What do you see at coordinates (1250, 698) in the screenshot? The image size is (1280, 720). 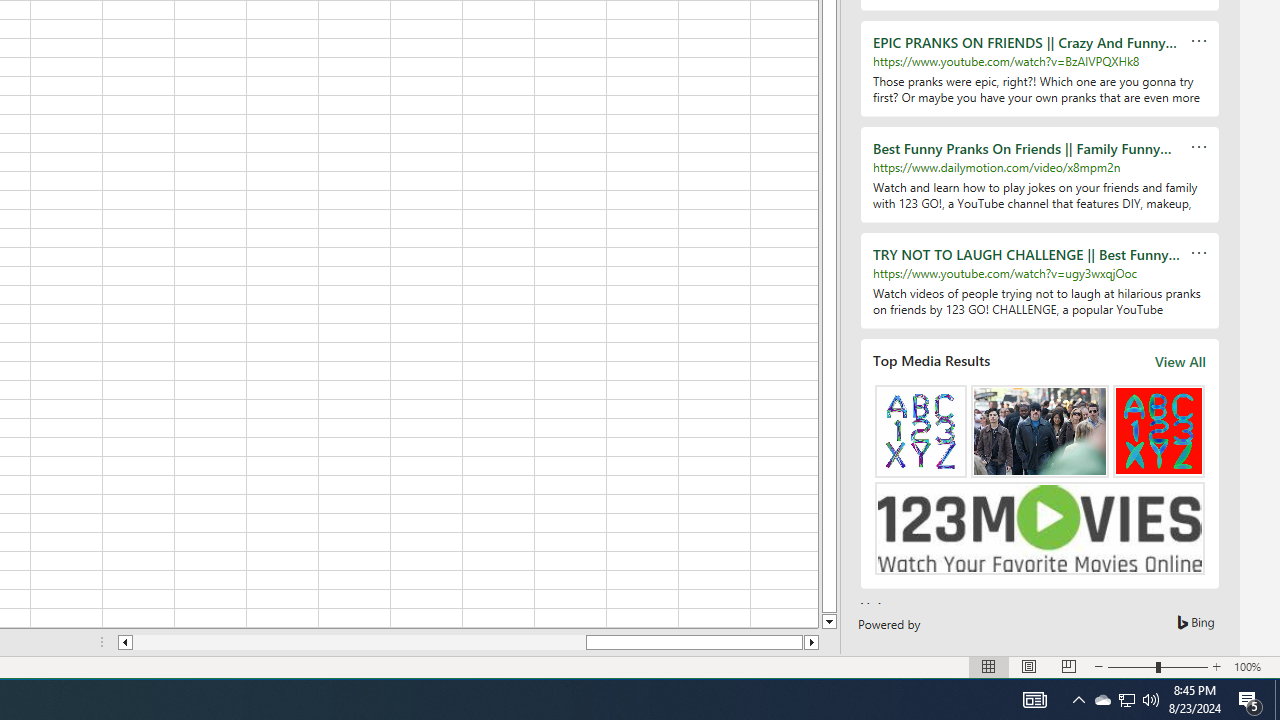 I see `'Action Center, 5 new notifications'` at bounding box center [1250, 698].